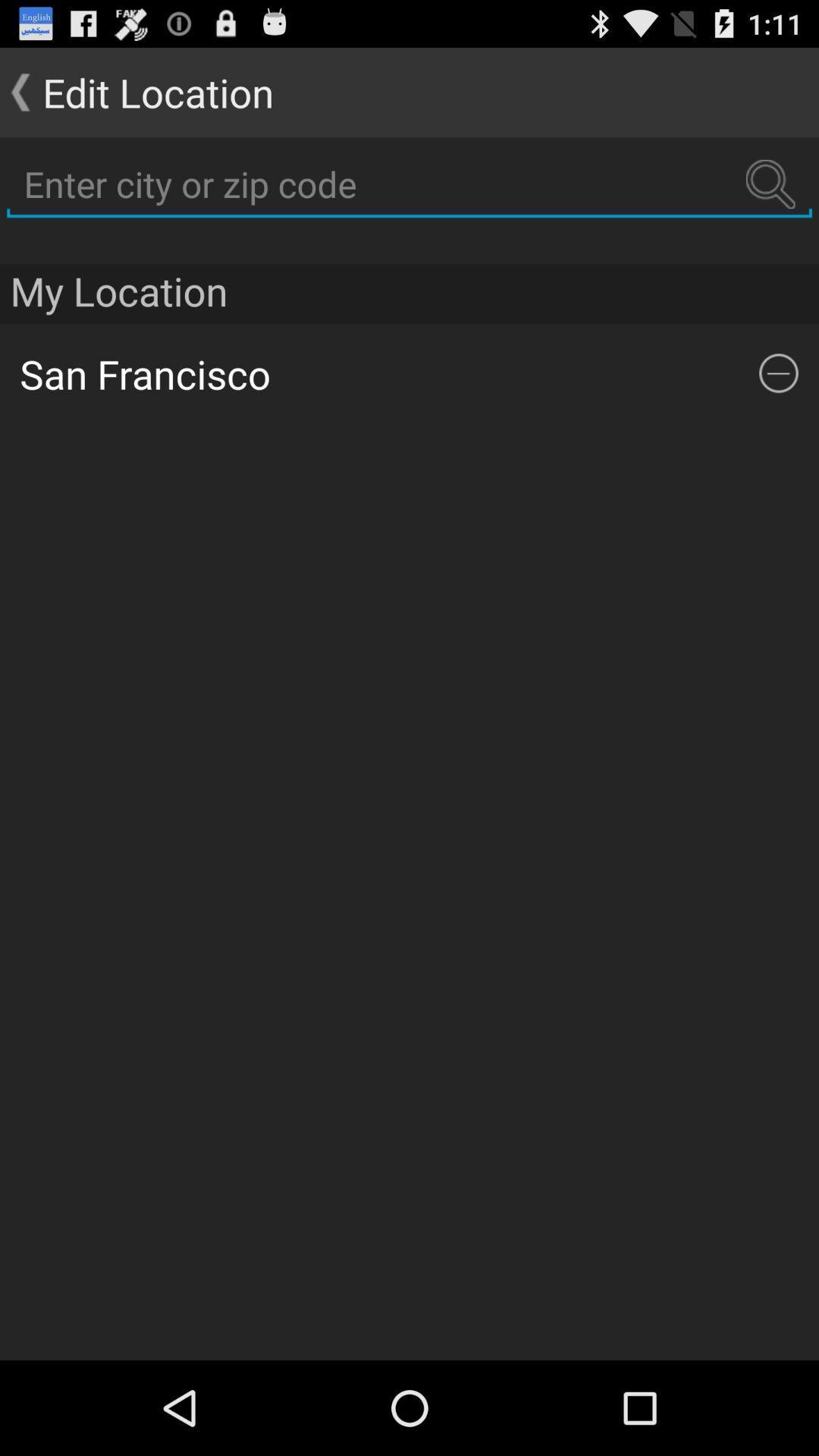  Describe the element at coordinates (779, 373) in the screenshot. I see `item at the top right corner` at that location.